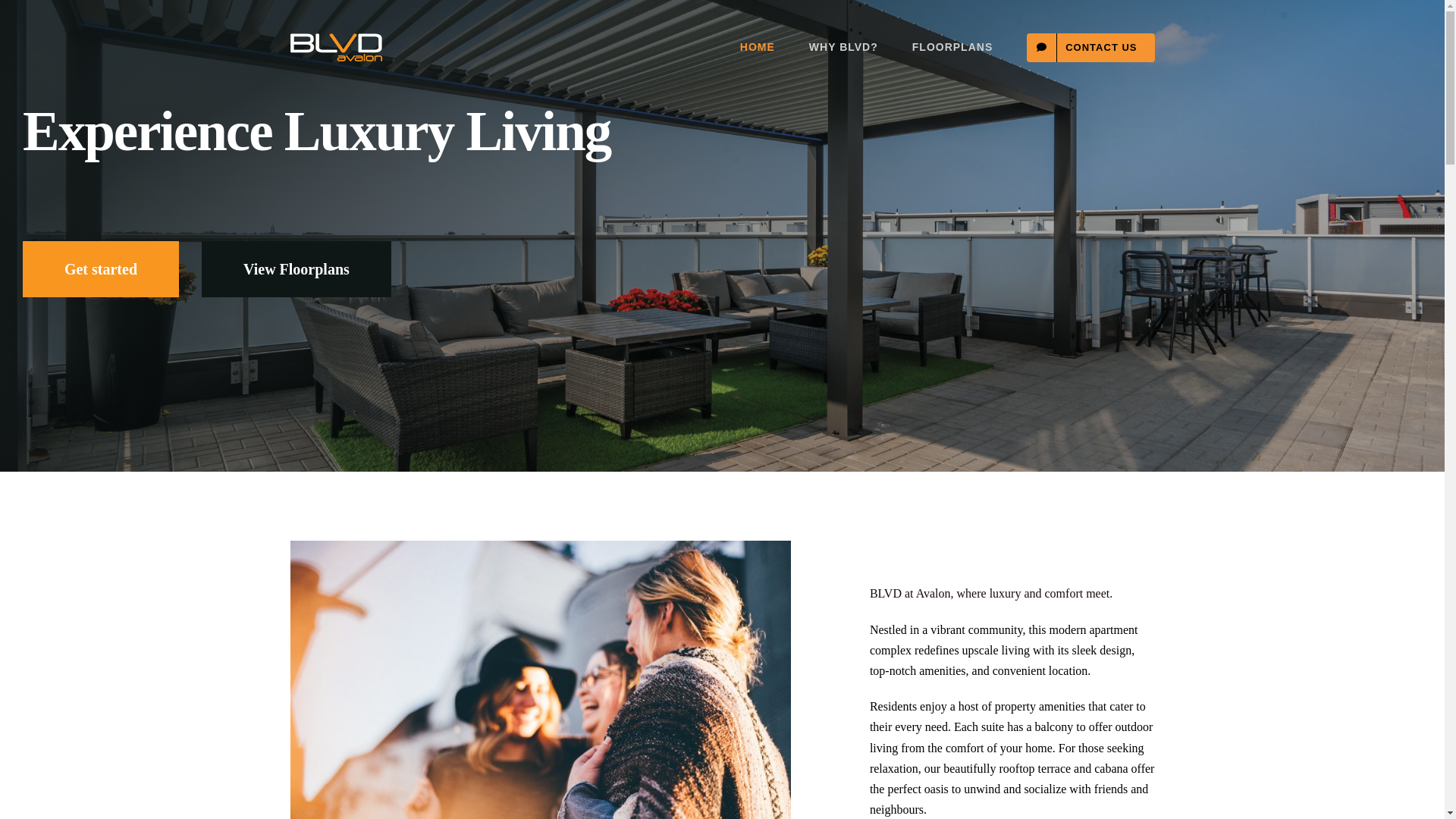  I want to click on 'HOME', so click(757, 45).